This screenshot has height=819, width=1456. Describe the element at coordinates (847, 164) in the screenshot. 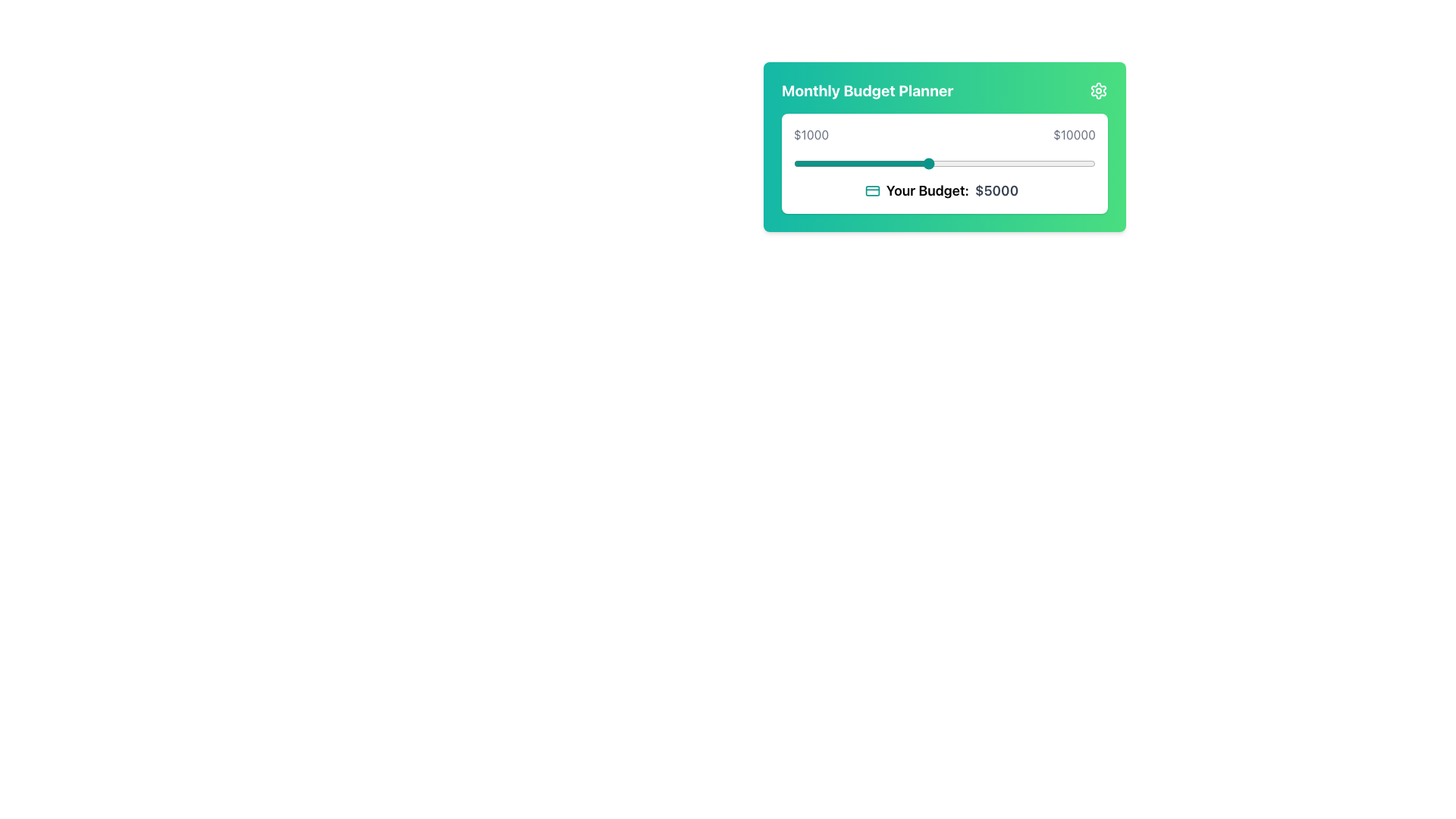

I see `the budget slider` at that location.